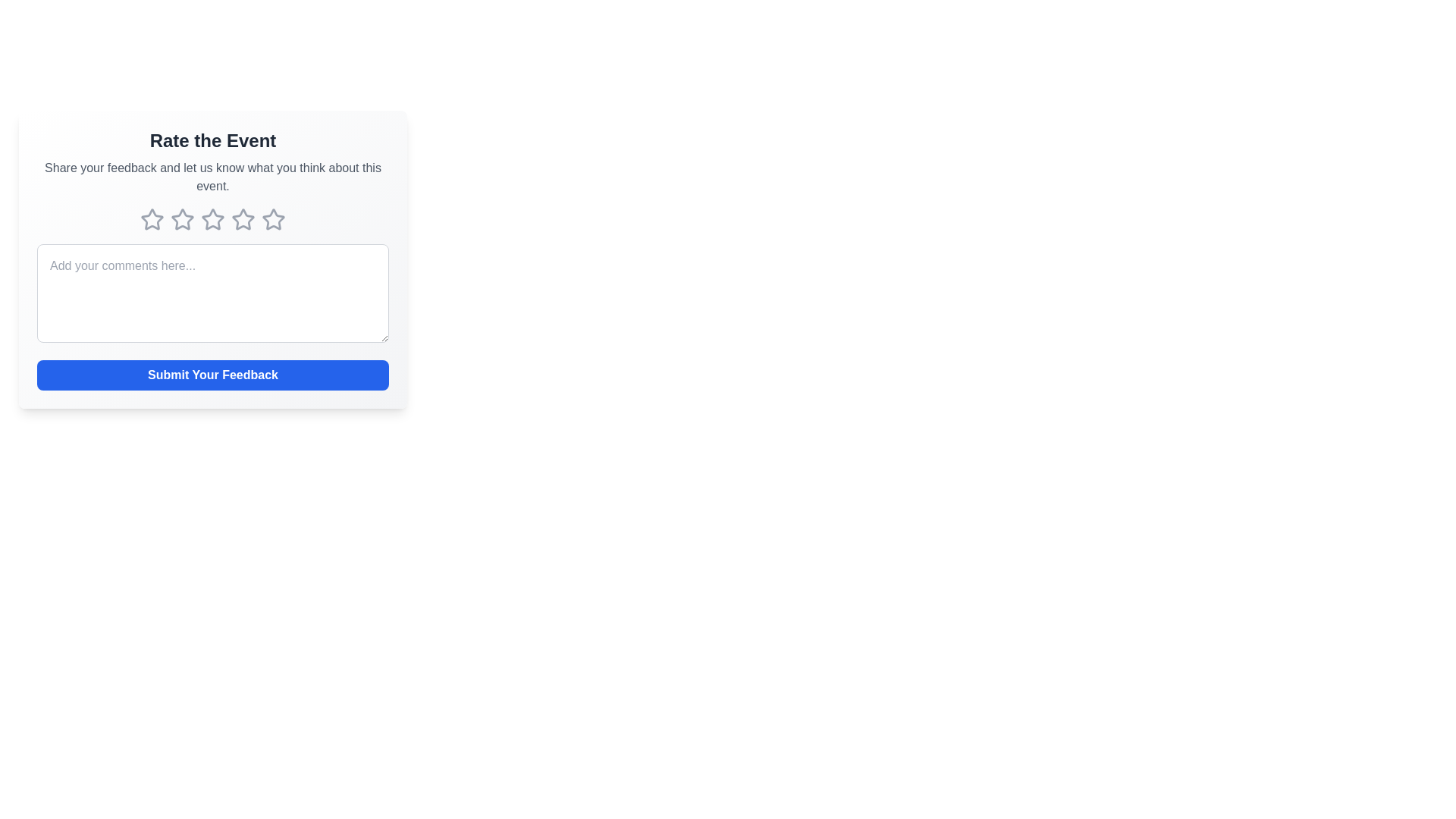 Image resolution: width=1456 pixels, height=819 pixels. What do you see at coordinates (182, 219) in the screenshot?
I see `the second hollow gray star in the 5-star rating component` at bounding box center [182, 219].